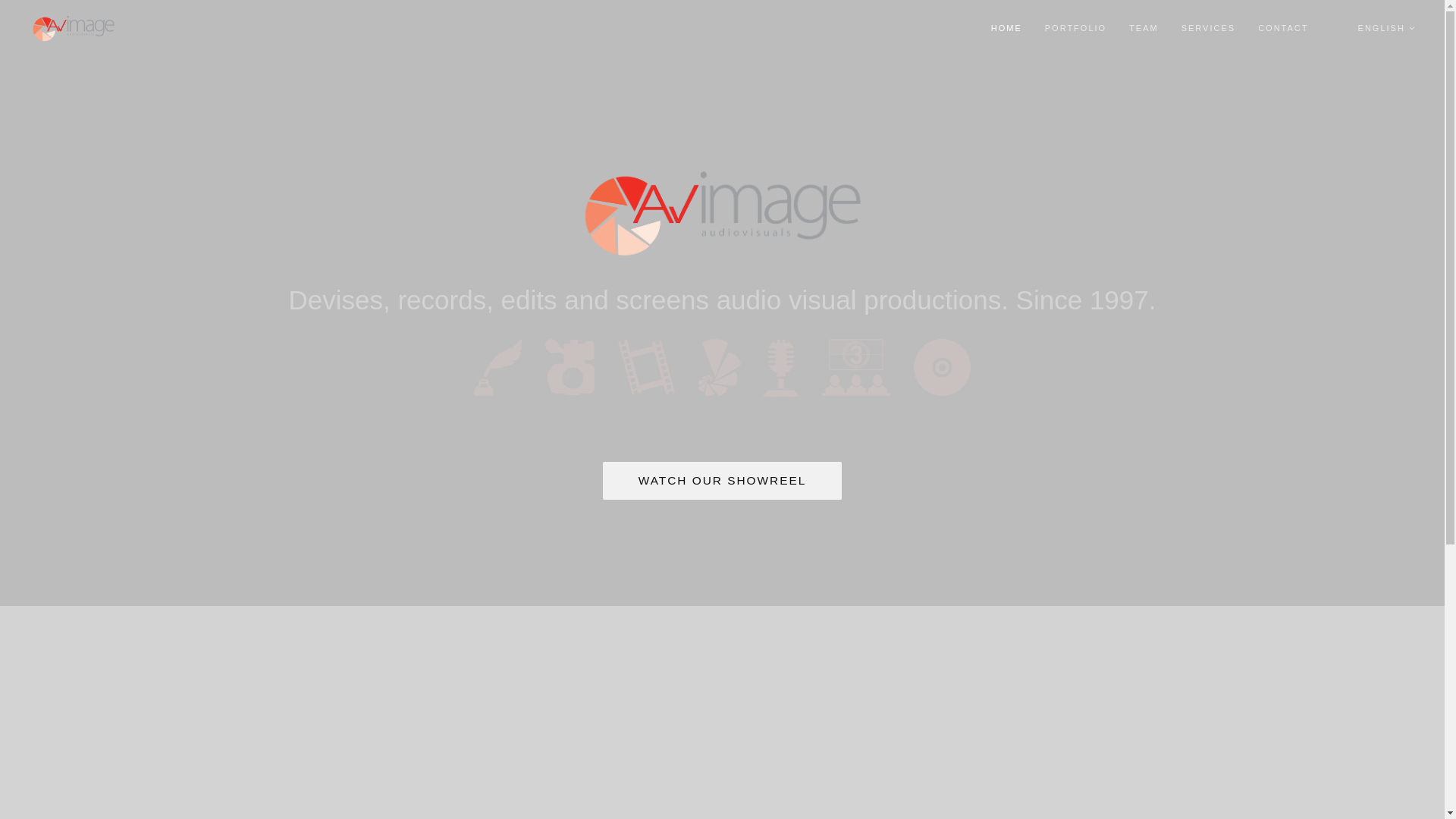  I want to click on 'Events', so click(855, 366).